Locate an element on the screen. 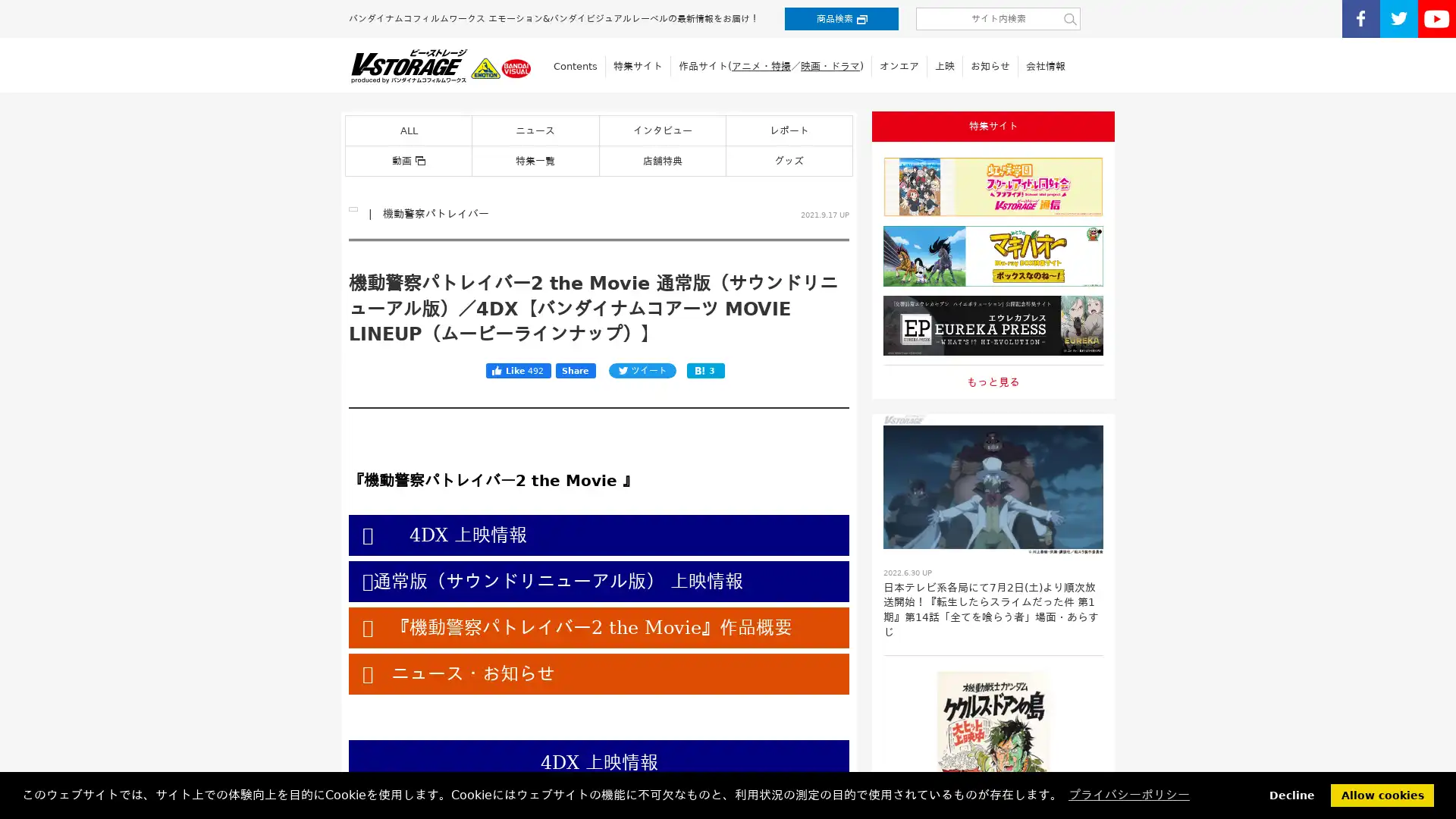 The image size is (1456, 819). deny cookies is located at coordinates (1291, 795).